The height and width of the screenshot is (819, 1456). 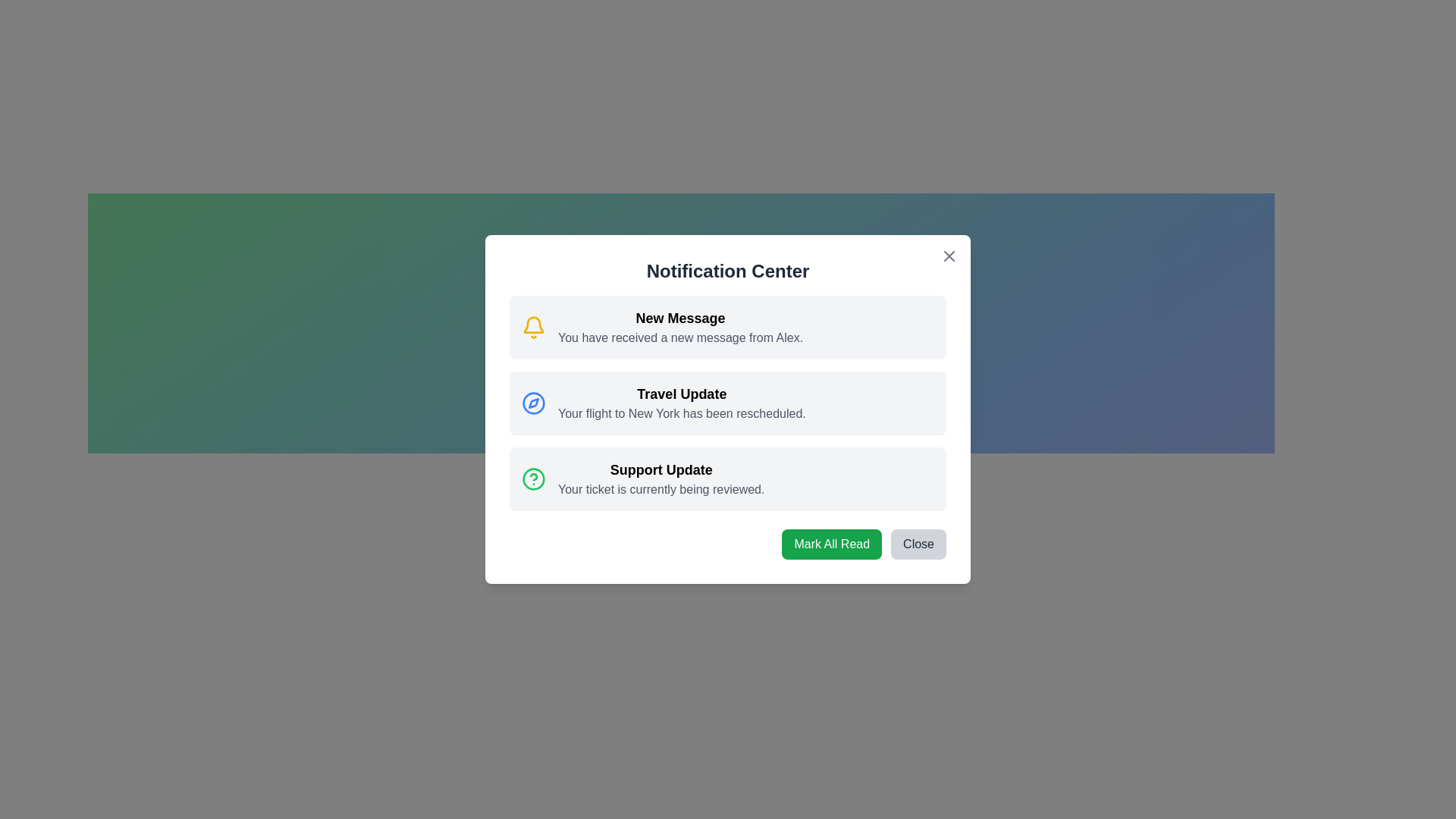 What do you see at coordinates (728, 403) in the screenshot?
I see `the second notification message in the notification list, which provides updates about a flight rescheduling` at bounding box center [728, 403].